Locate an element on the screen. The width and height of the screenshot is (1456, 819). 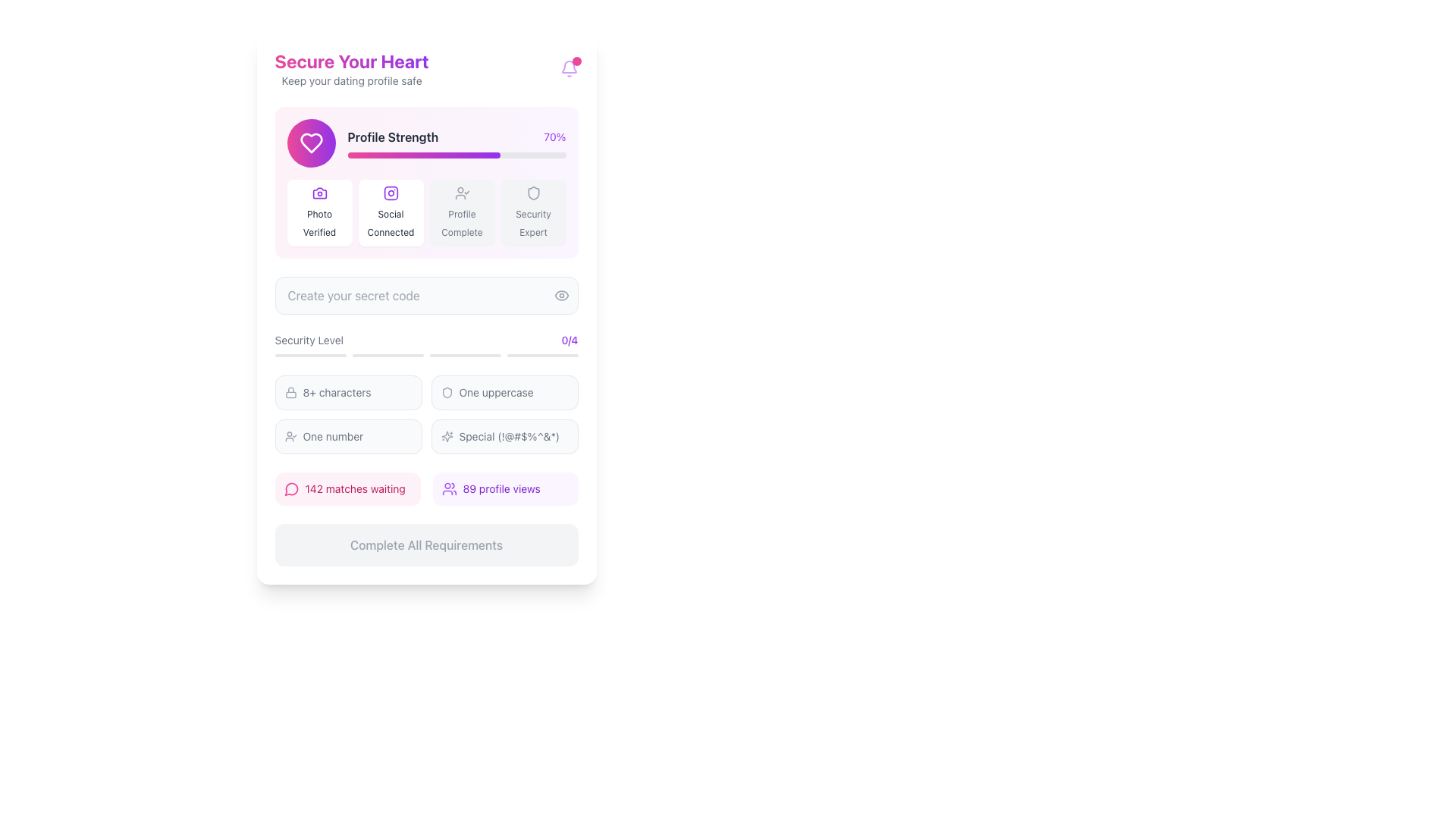
the descriptive Text Label indicating profile completion verification, located directly beneath the user icon with a check mark in the third column of the row is located at coordinates (461, 223).